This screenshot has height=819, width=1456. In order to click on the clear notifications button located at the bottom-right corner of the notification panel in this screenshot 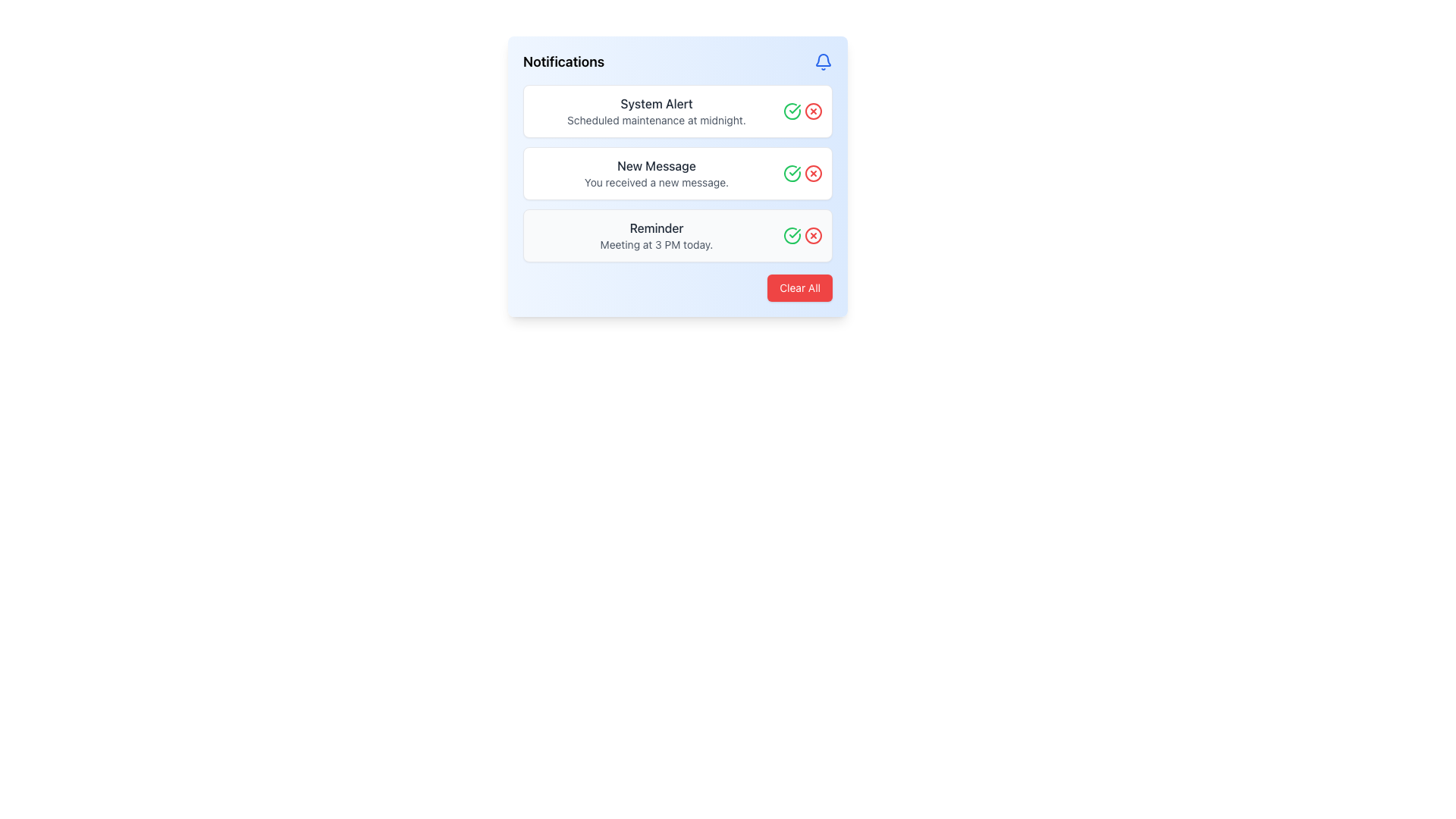, I will do `click(799, 288)`.